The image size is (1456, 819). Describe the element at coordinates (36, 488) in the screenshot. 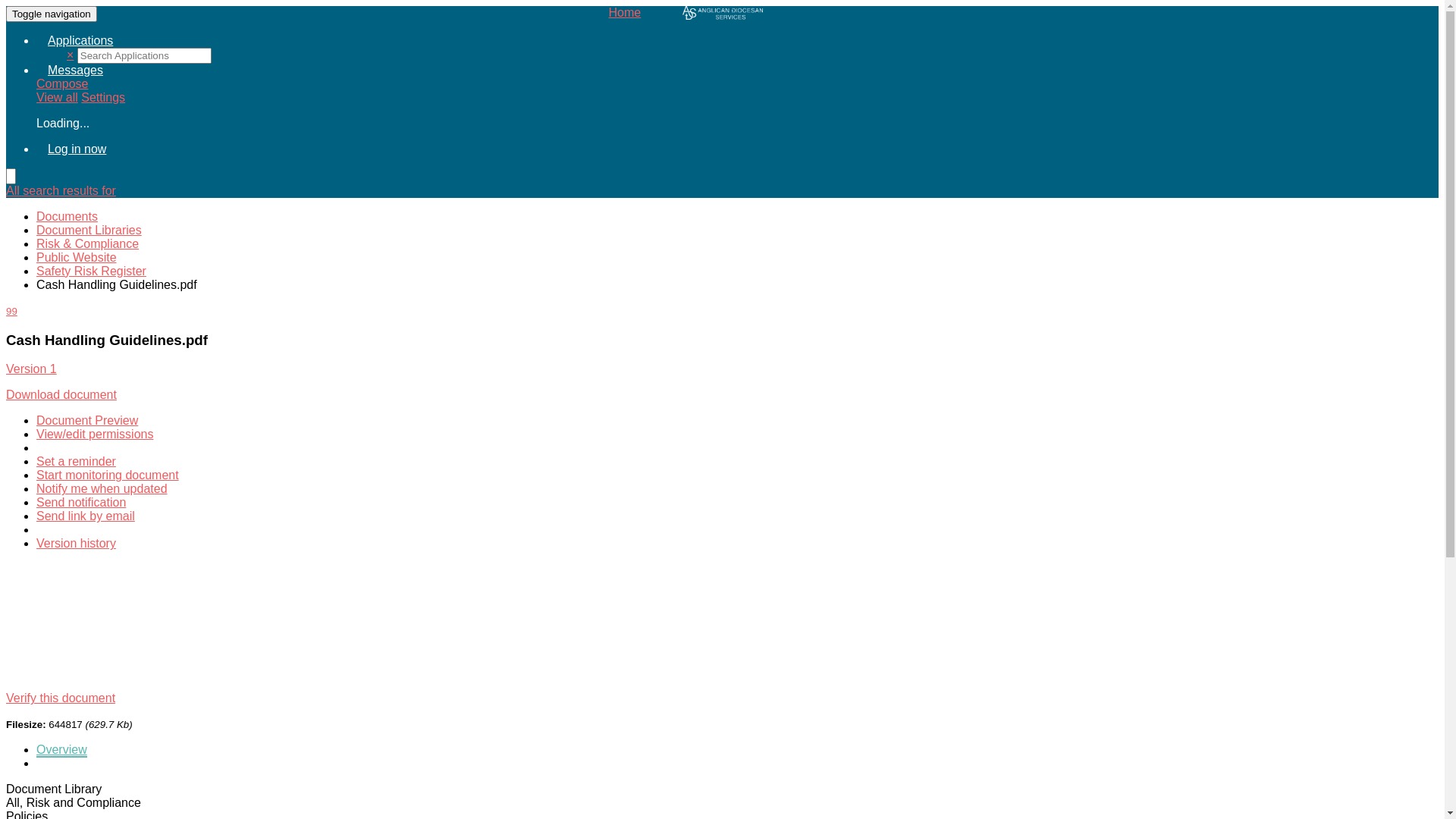

I see `'Notify me when updated'` at that location.